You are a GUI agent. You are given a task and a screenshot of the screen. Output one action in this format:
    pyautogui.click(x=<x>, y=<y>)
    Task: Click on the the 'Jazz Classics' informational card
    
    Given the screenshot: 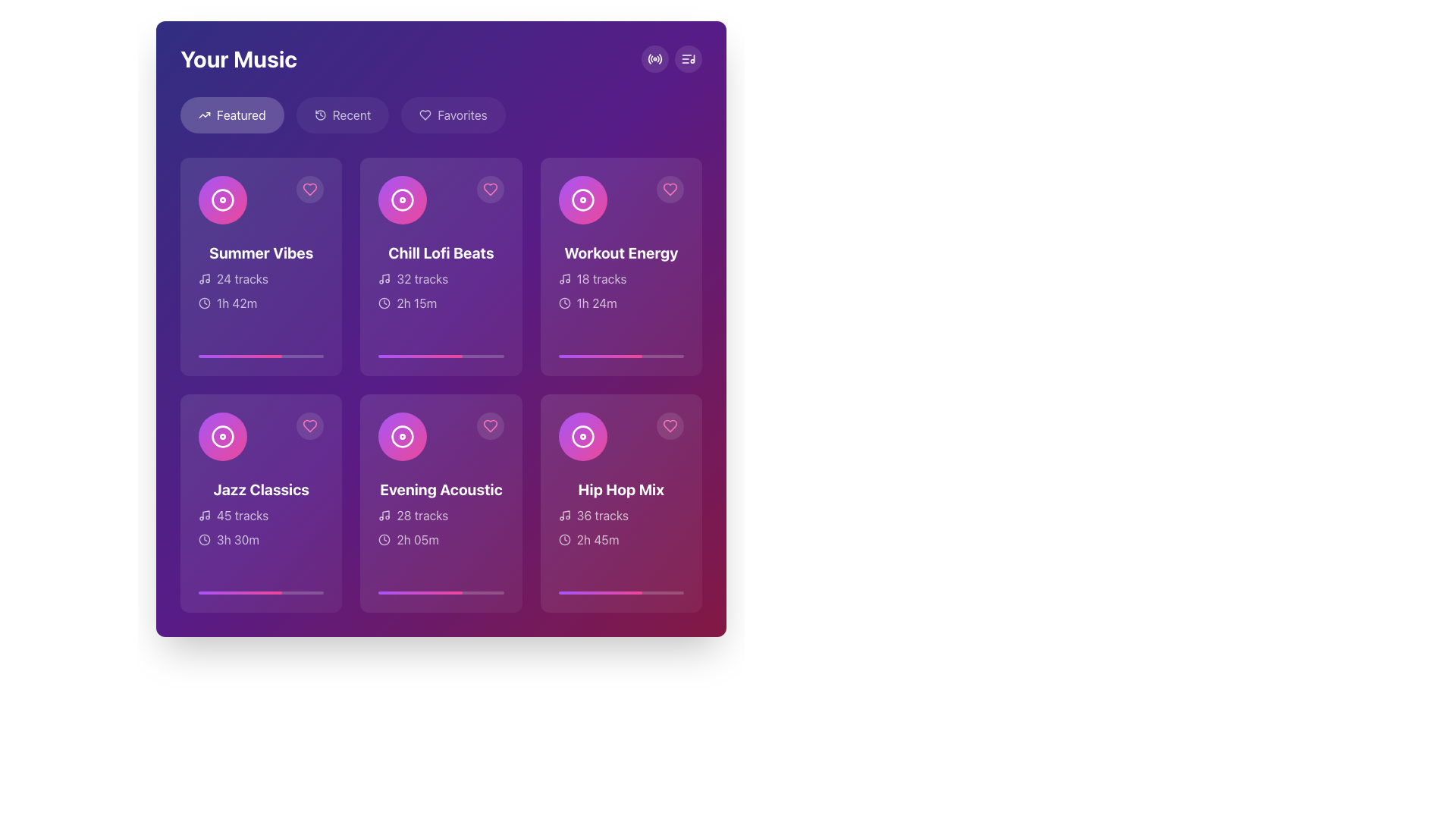 What is the action you would take?
    pyautogui.click(x=261, y=513)
    